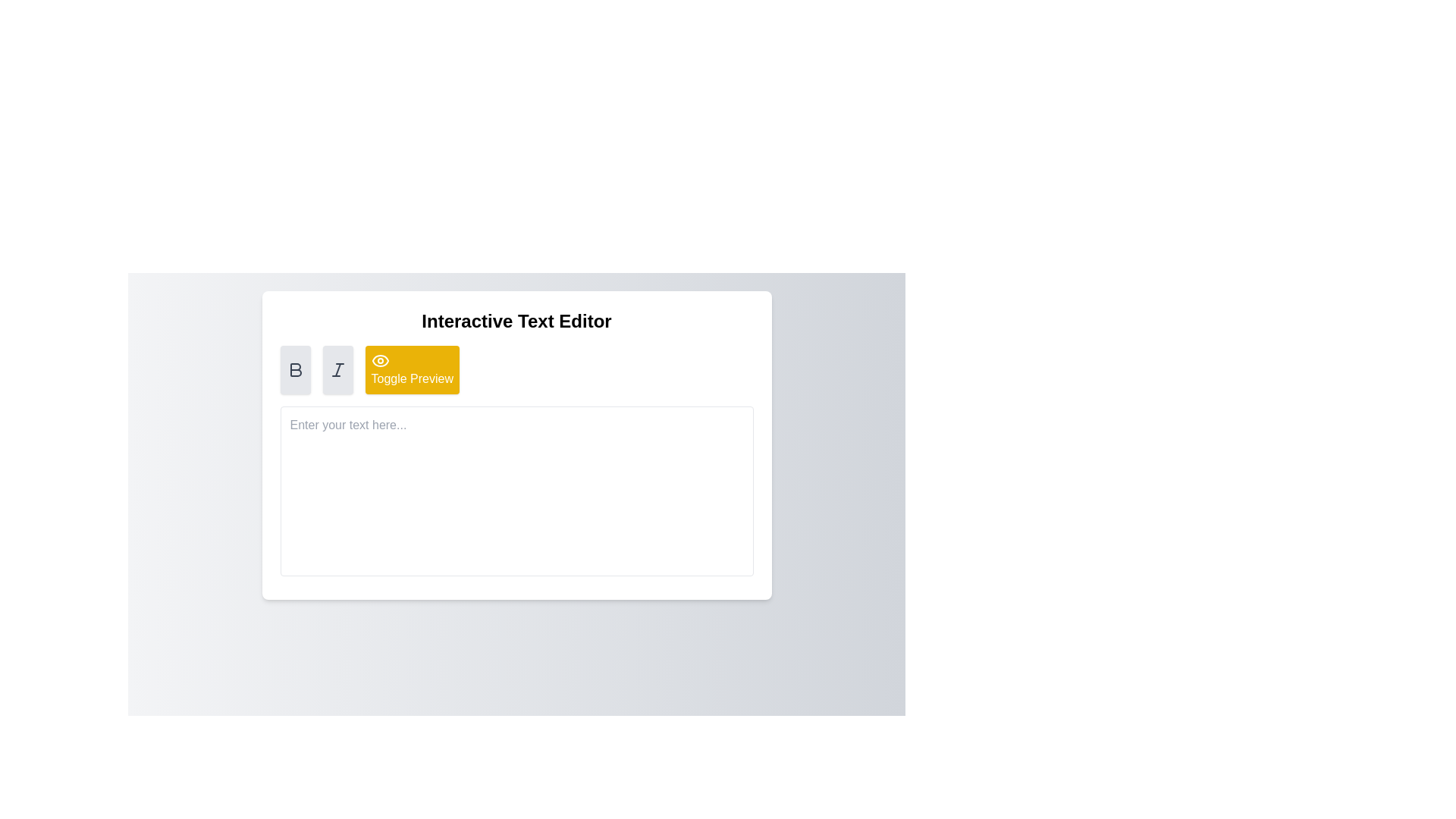 The height and width of the screenshot is (819, 1456). What do you see at coordinates (337, 370) in the screenshot?
I see `the light gray button with a black italicized 'I' icon` at bounding box center [337, 370].